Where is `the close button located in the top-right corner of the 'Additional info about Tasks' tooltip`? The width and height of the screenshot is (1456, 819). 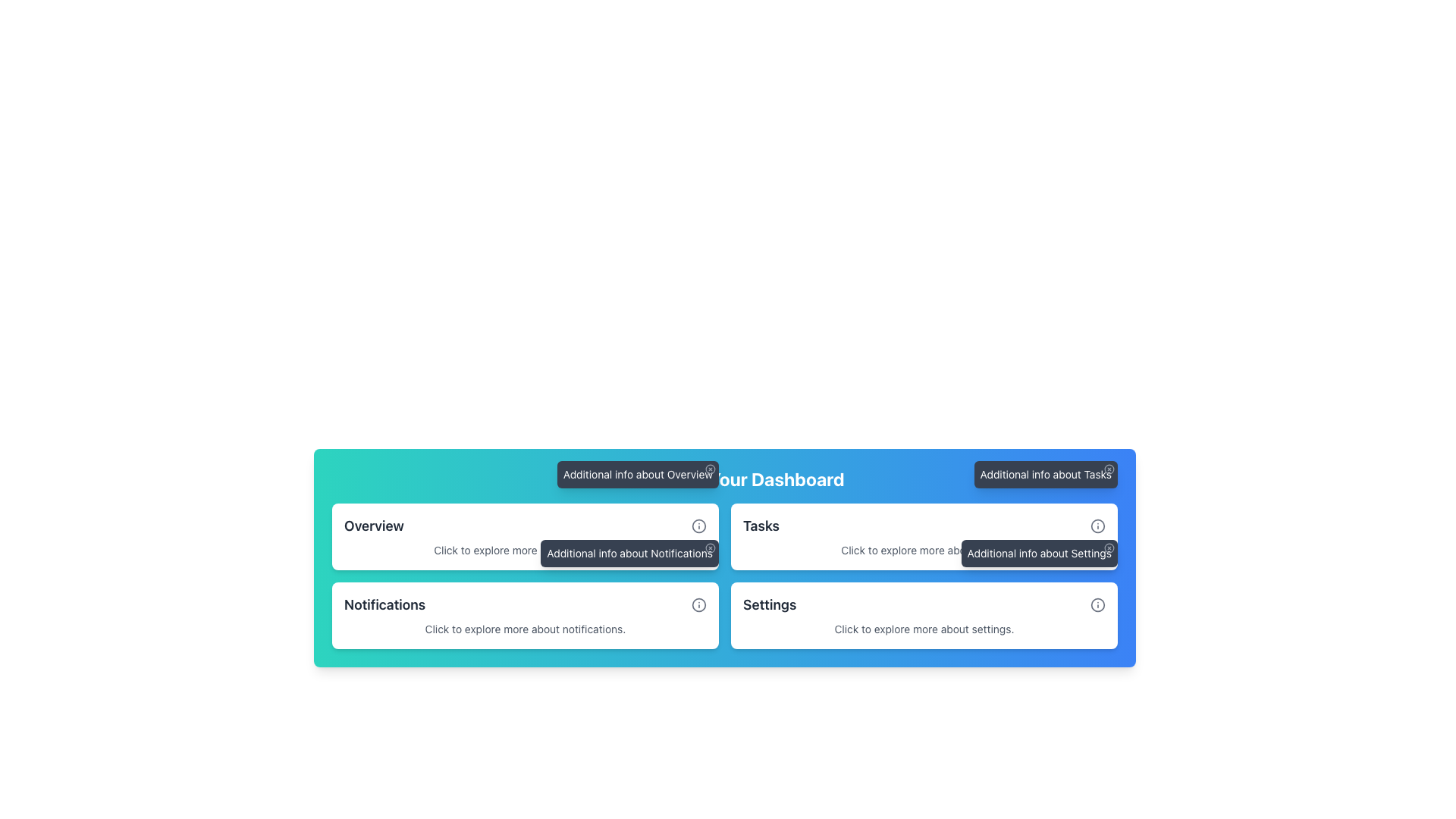
the close button located in the top-right corner of the 'Additional info about Tasks' tooltip is located at coordinates (1109, 468).